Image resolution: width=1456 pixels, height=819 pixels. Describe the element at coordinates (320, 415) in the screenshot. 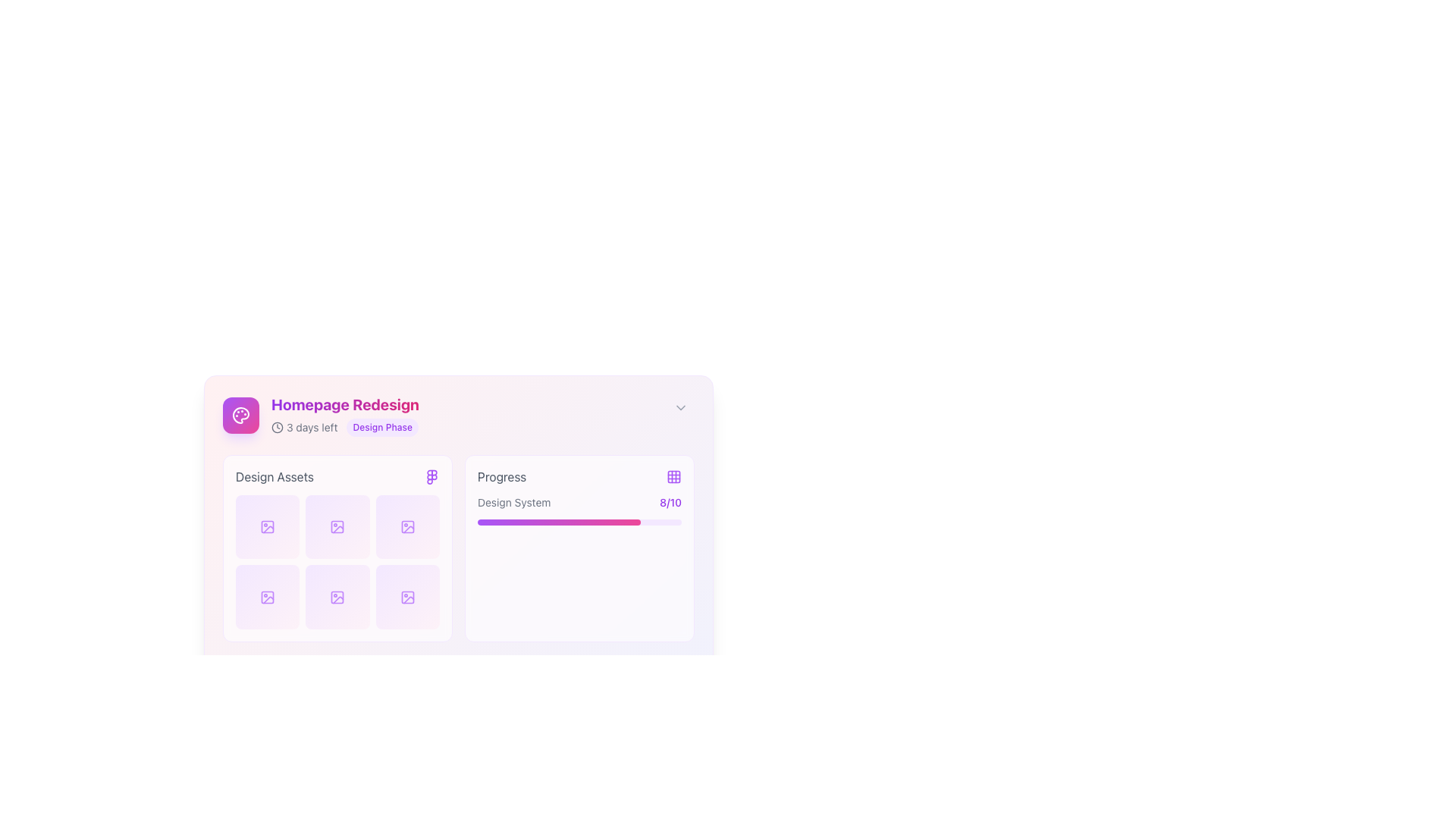

I see `the informational display component for the project 'Homepage Redesign' to interact with its sub-component` at that location.